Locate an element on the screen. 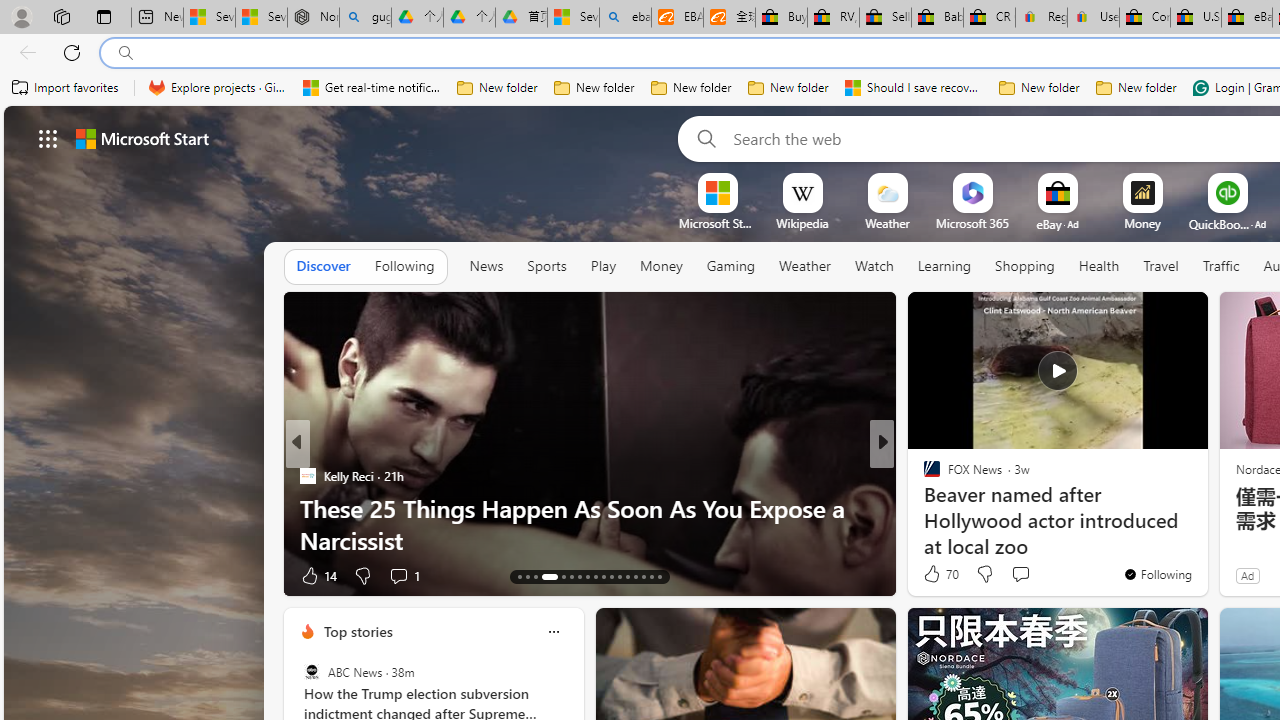  '315 Like' is located at coordinates (935, 575).